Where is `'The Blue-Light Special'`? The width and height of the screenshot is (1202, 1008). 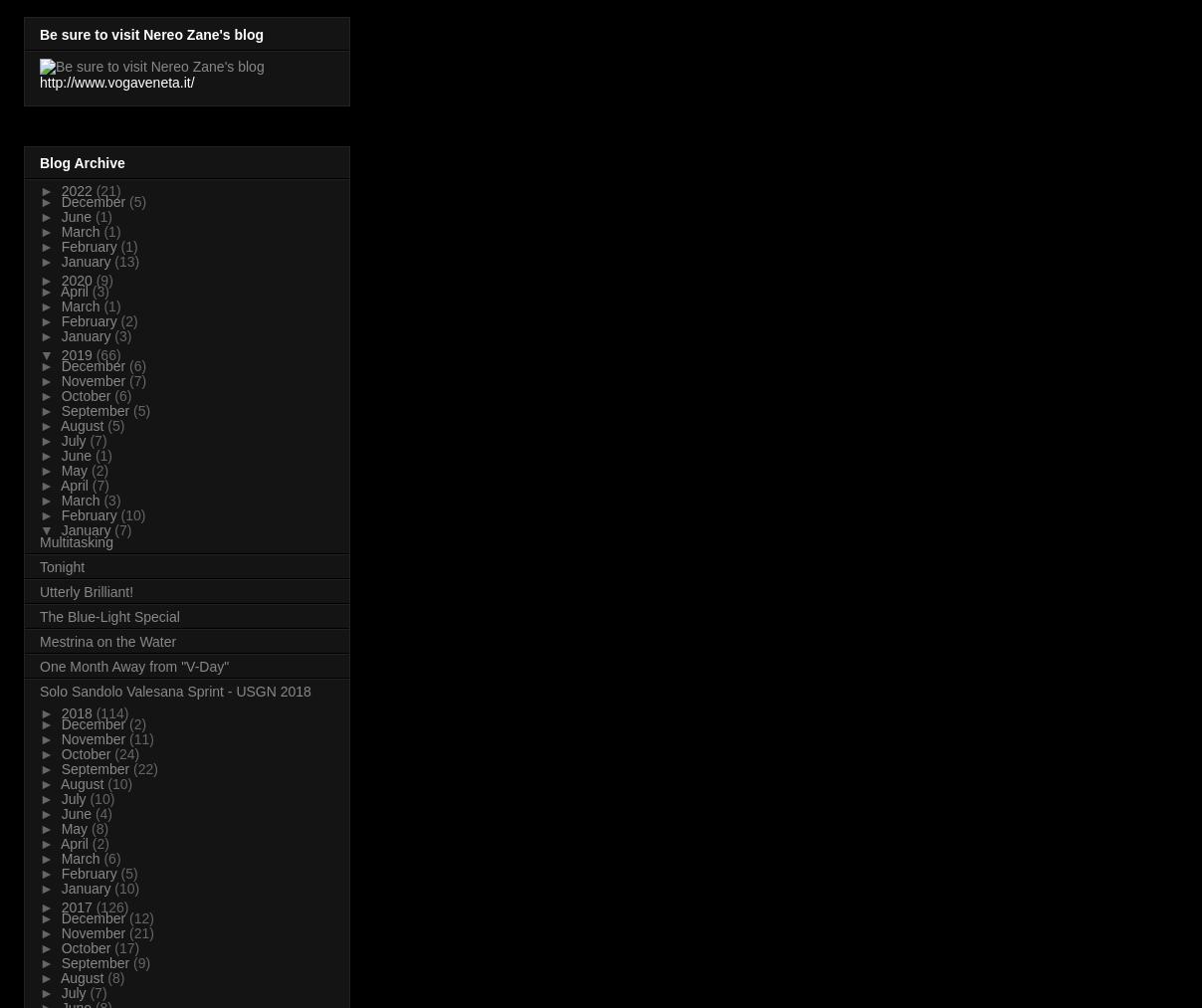
'The Blue-Light Special' is located at coordinates (108, 615).